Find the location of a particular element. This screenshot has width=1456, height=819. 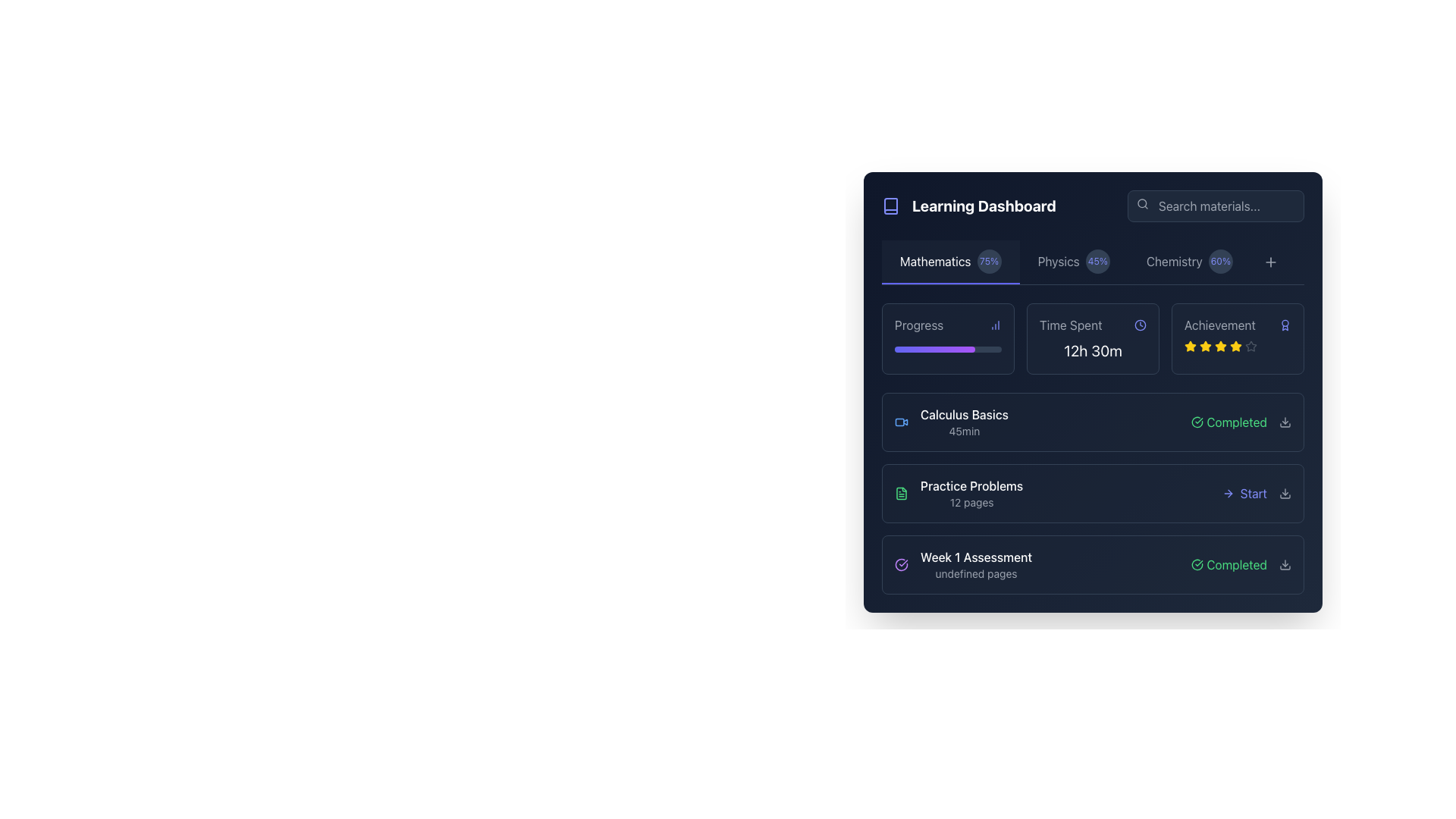

the informational label with an icon located in the top-right section of the dashboard, positioned to the right of the 'Time Spent' section and above the star ratings is located at coordinates (1238, 324).